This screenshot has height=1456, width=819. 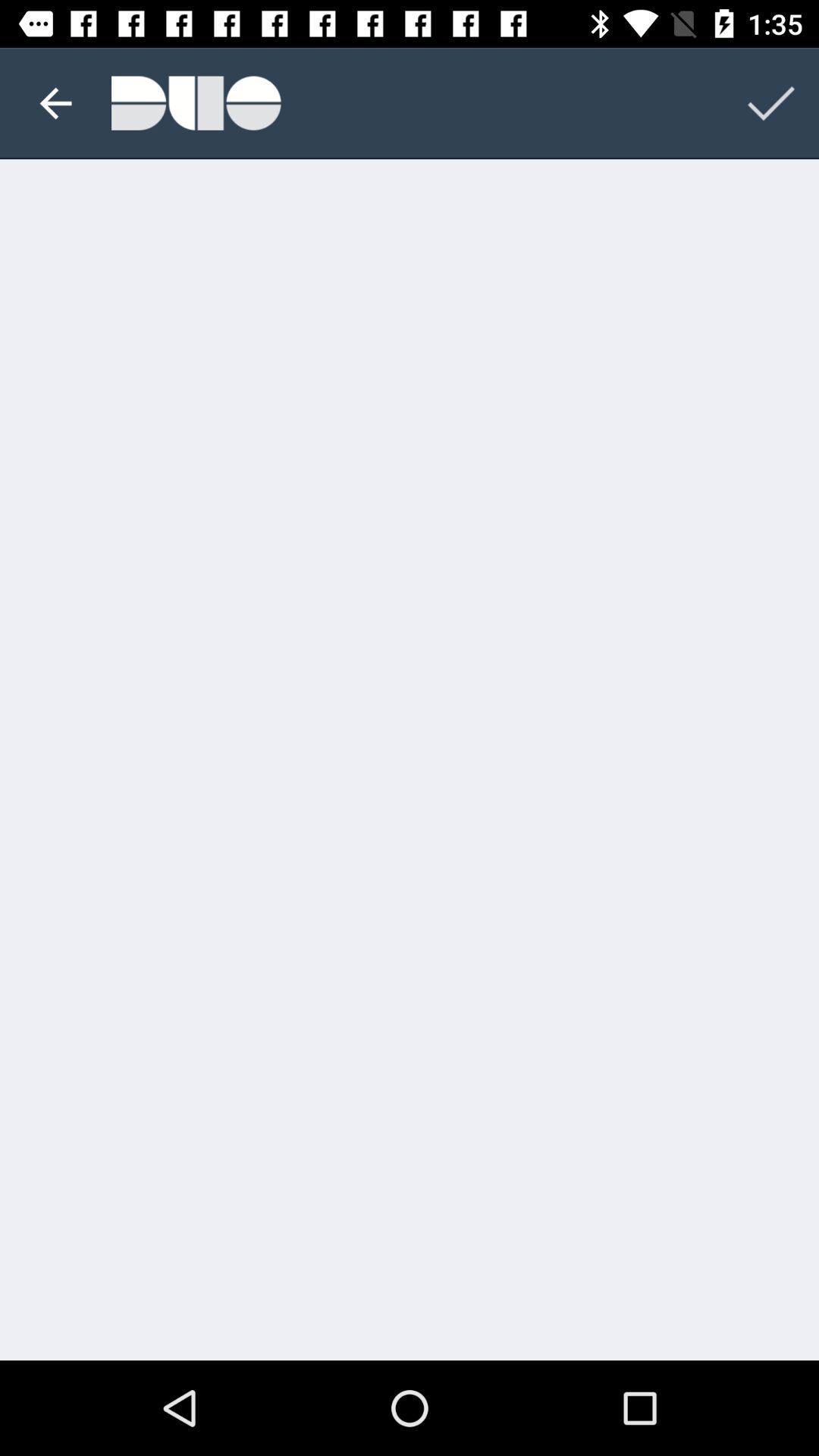 I want to click on the item at the center, so click(x=409, y=760).